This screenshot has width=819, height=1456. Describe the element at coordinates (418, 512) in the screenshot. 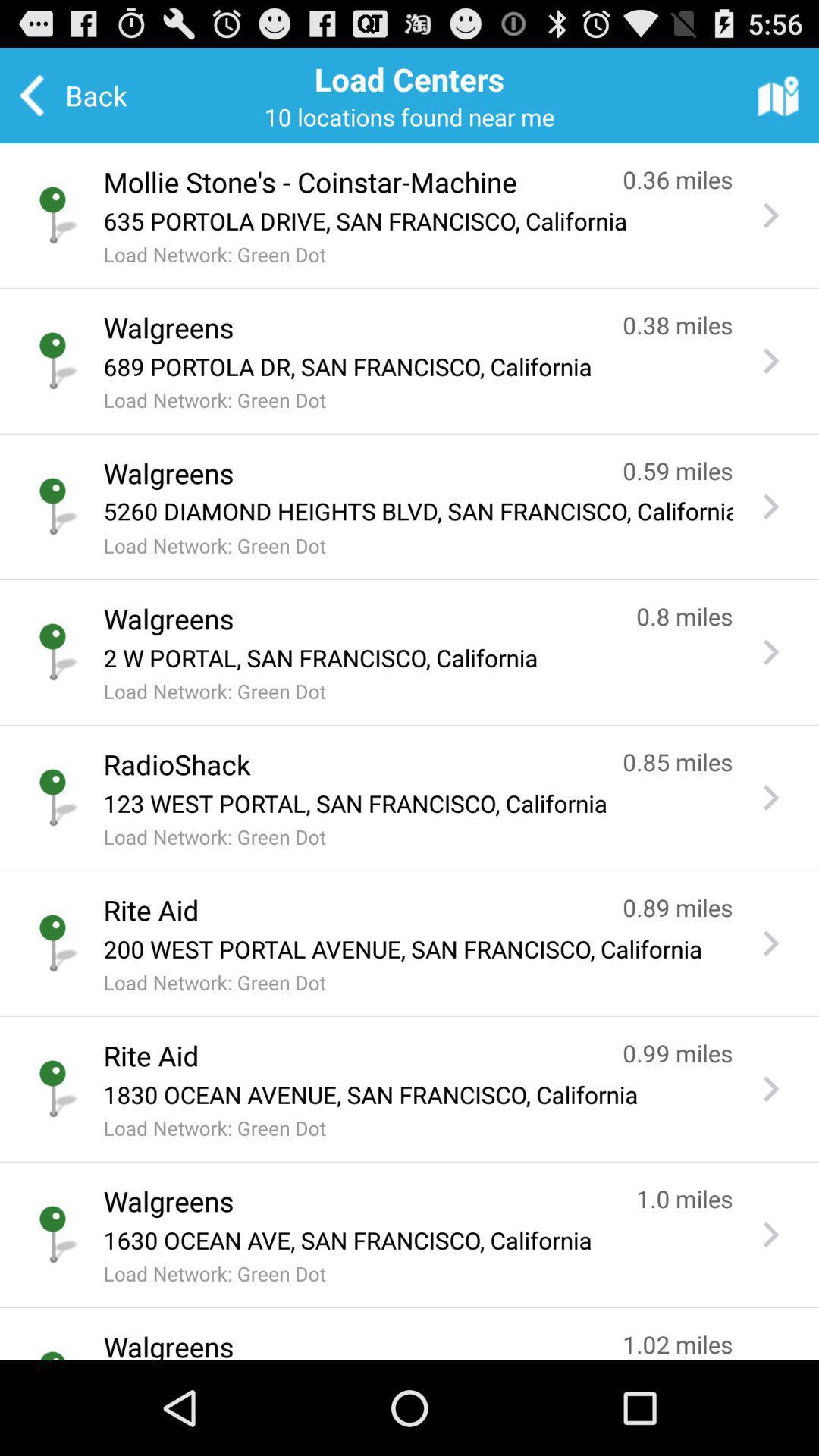

I see `5260 diamond heights item` at that location.